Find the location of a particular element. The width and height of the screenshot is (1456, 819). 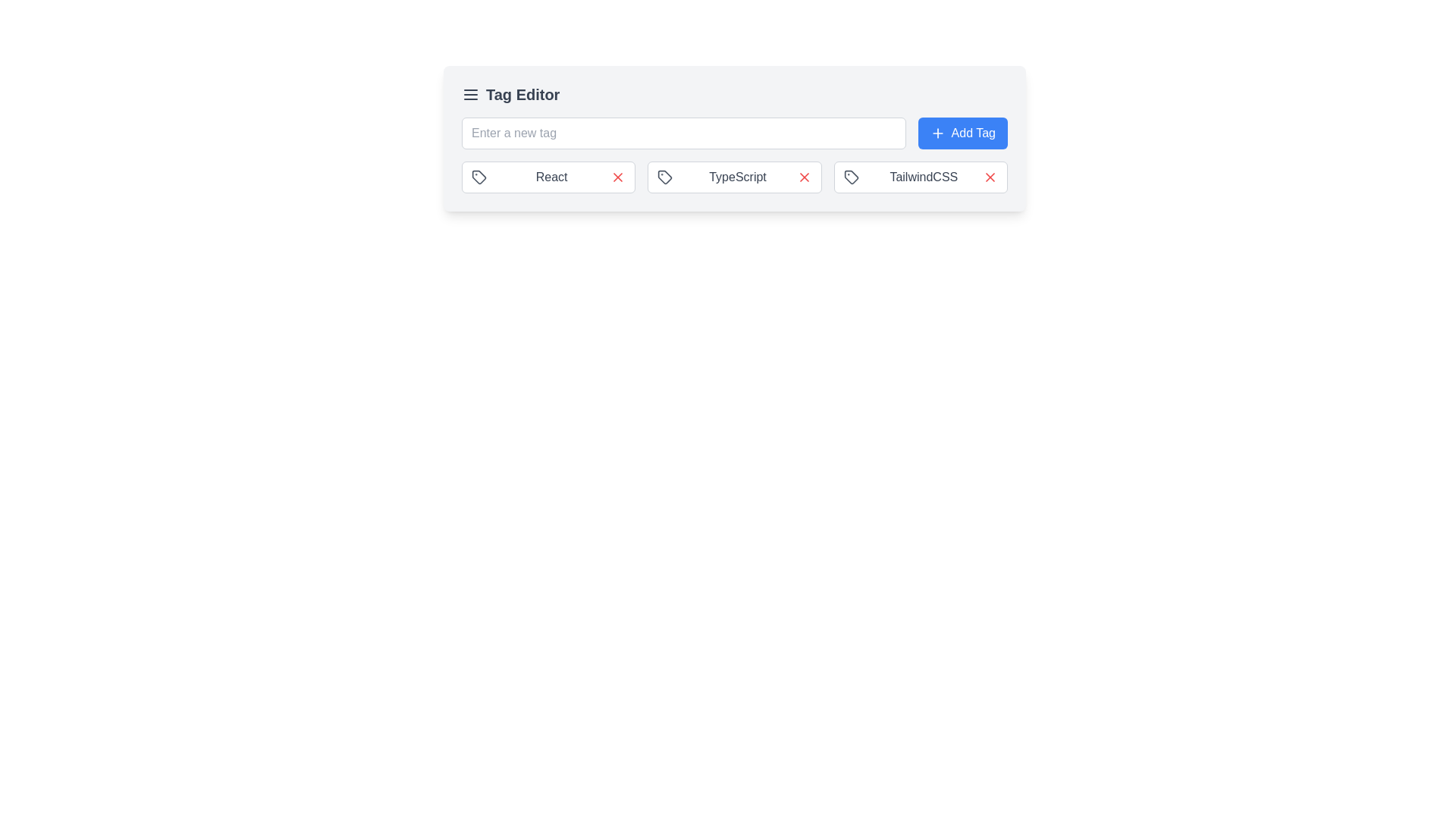

the Tag element labeled 'TailwindCSS' with a close button, which features a light gray border, a white background, and a small red 'X' icon on the right is located at coordinates (920, 177).